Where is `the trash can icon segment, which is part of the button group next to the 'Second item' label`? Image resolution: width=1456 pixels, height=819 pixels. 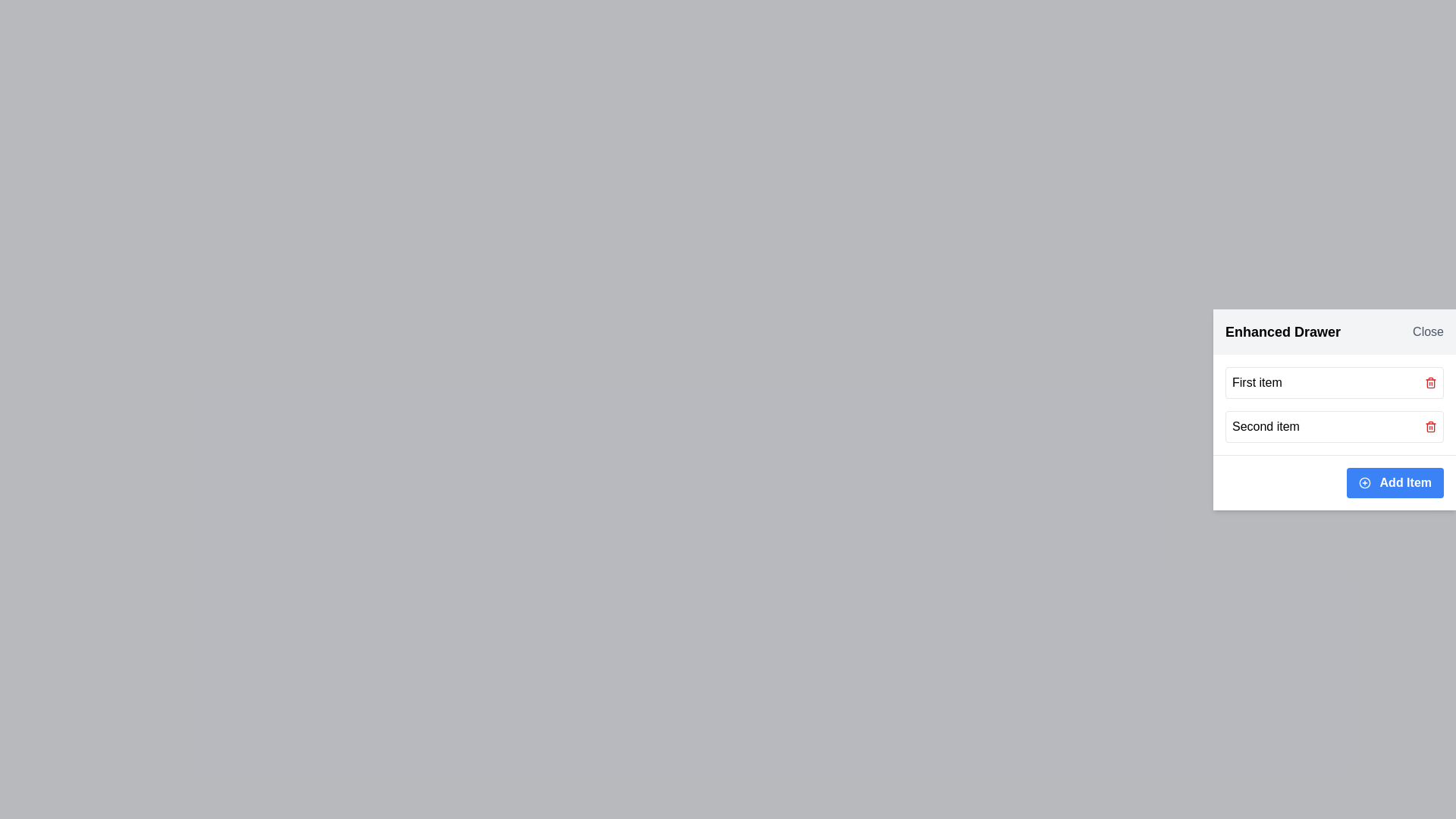 the trash can icon segment, which is part of the button group next to the 'Second item' label is located at coordinates (1429, 427).